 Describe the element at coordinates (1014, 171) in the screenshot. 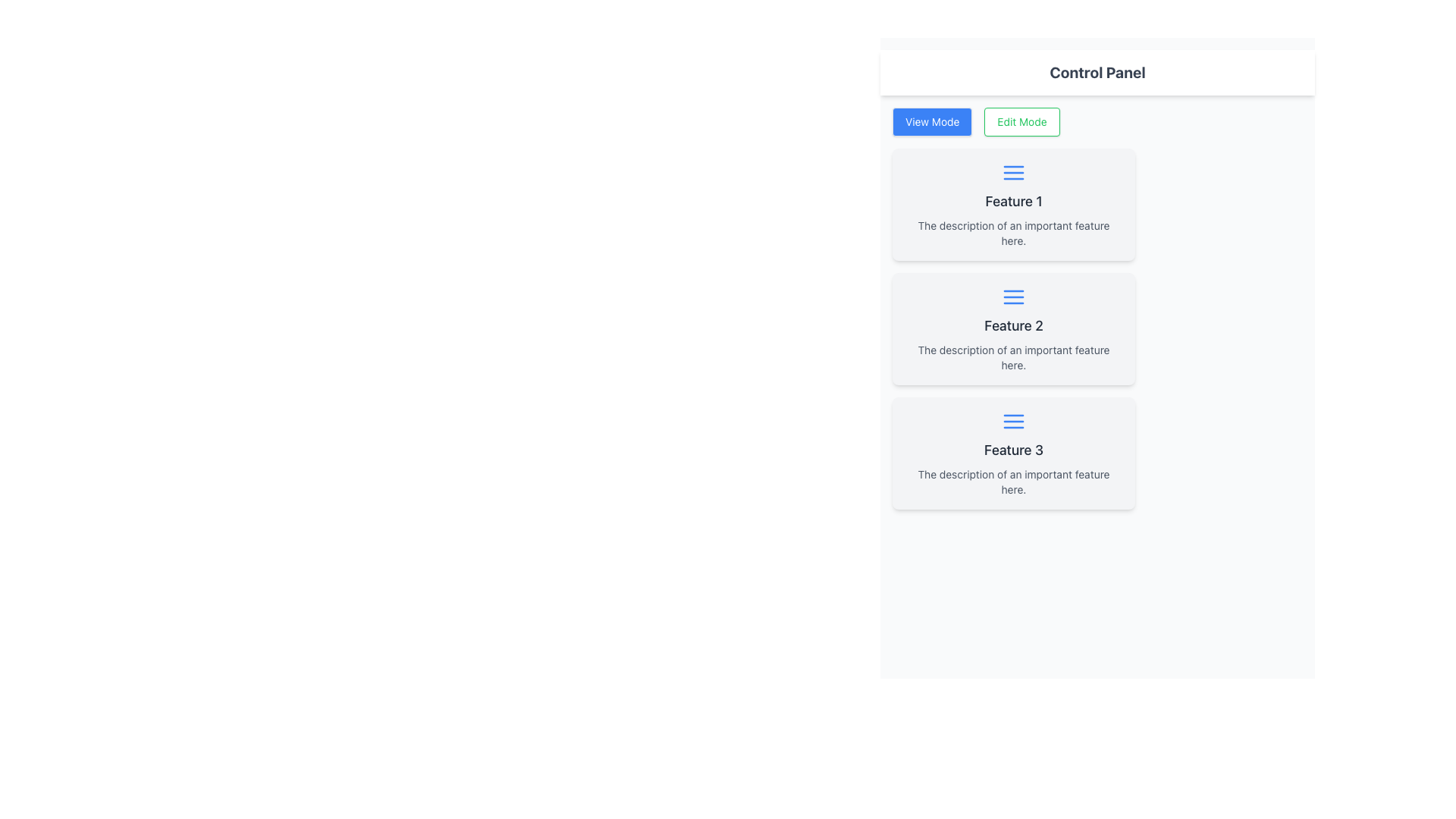

I see `the blue SVG icon composed of three horizontal lines located above the text 'Feature 1'` at that location.